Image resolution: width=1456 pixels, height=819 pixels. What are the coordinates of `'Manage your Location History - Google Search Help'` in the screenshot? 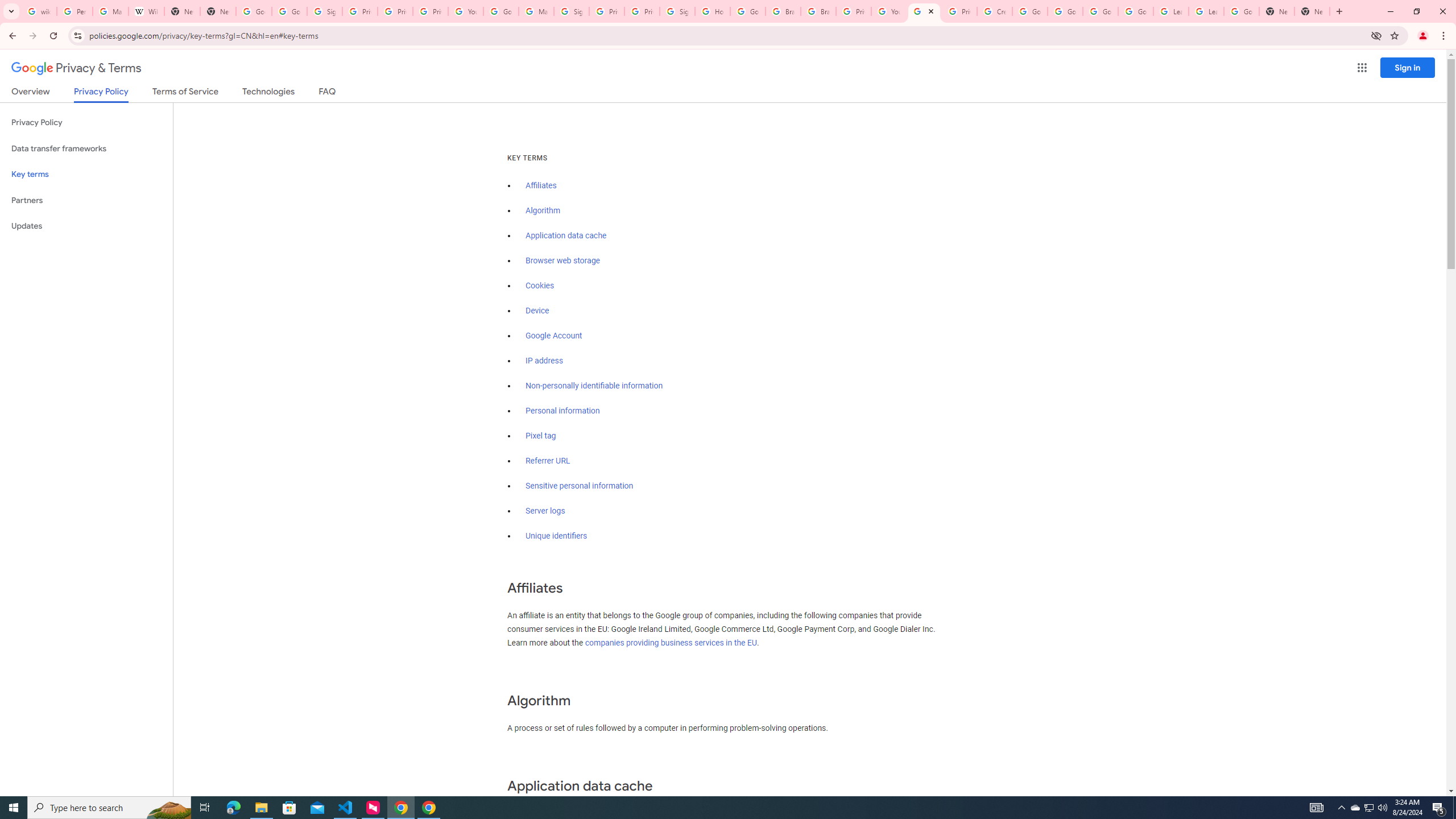 It's located at (110, 11).